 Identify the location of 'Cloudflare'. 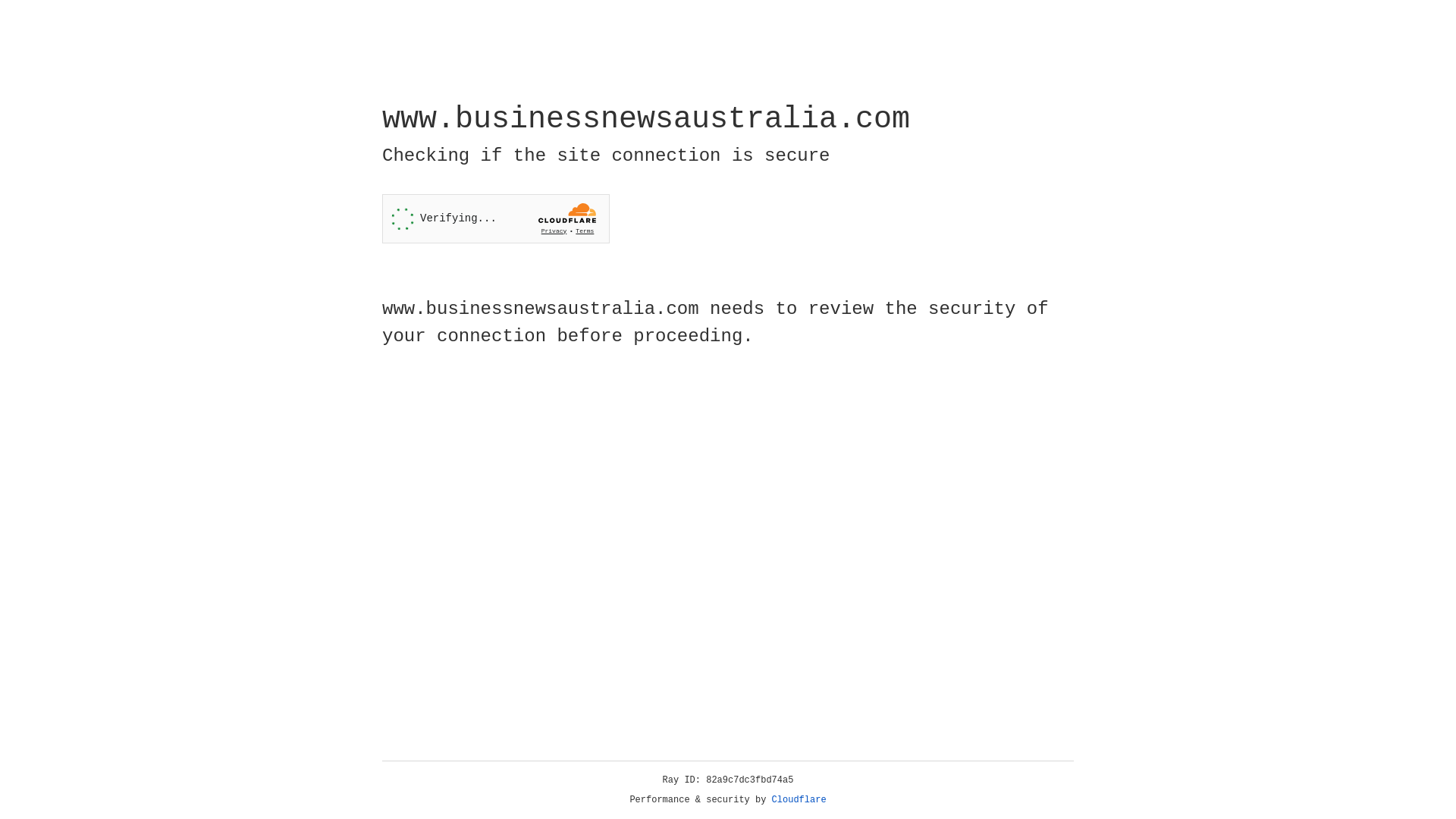
(799, 799).